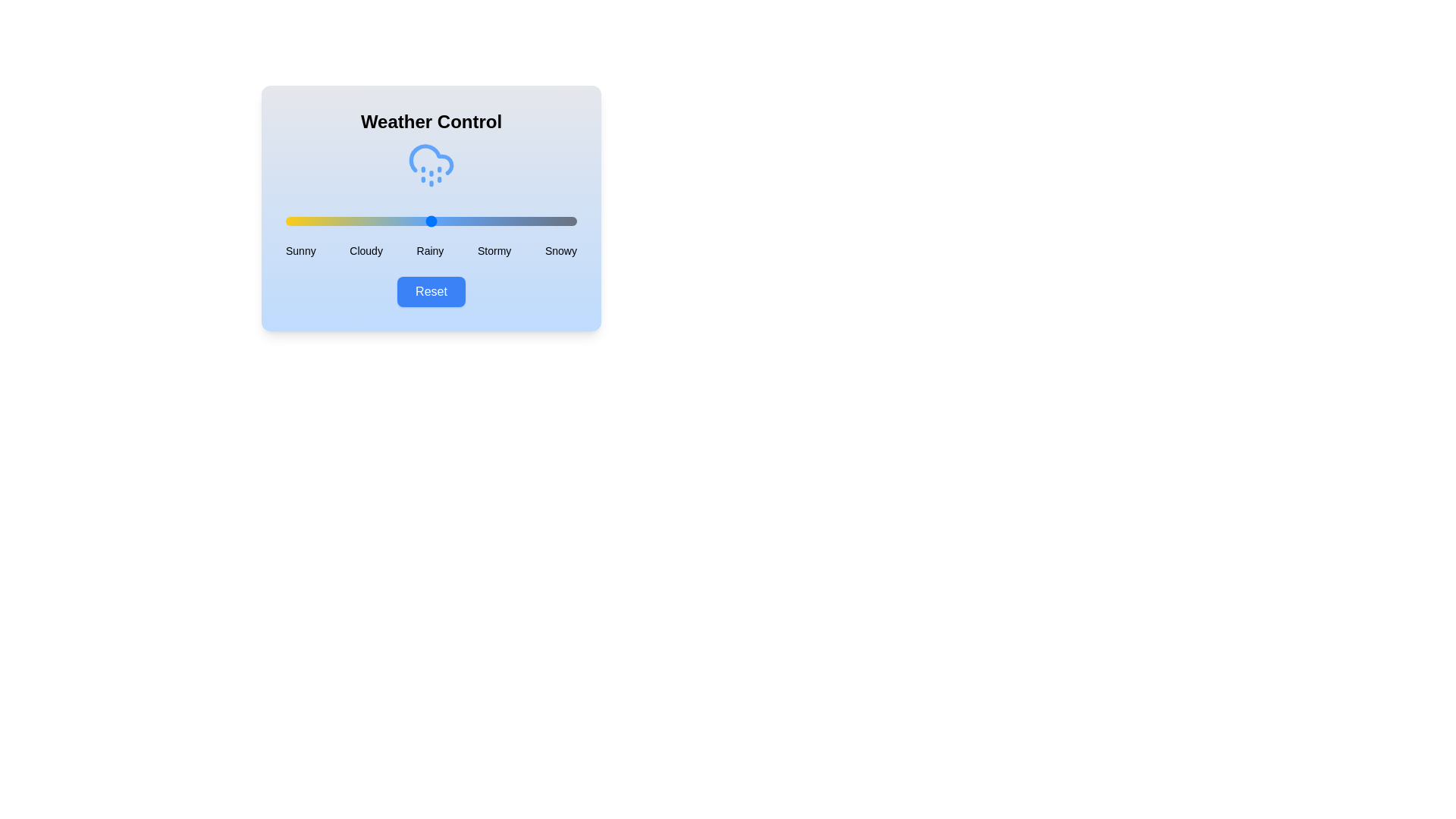 The image size is (1456, 819). What do you see at coordinates (300, 250) in the screenshot?
I see `the weather condition label Sunny to select it` at bounding box center [300, 250].